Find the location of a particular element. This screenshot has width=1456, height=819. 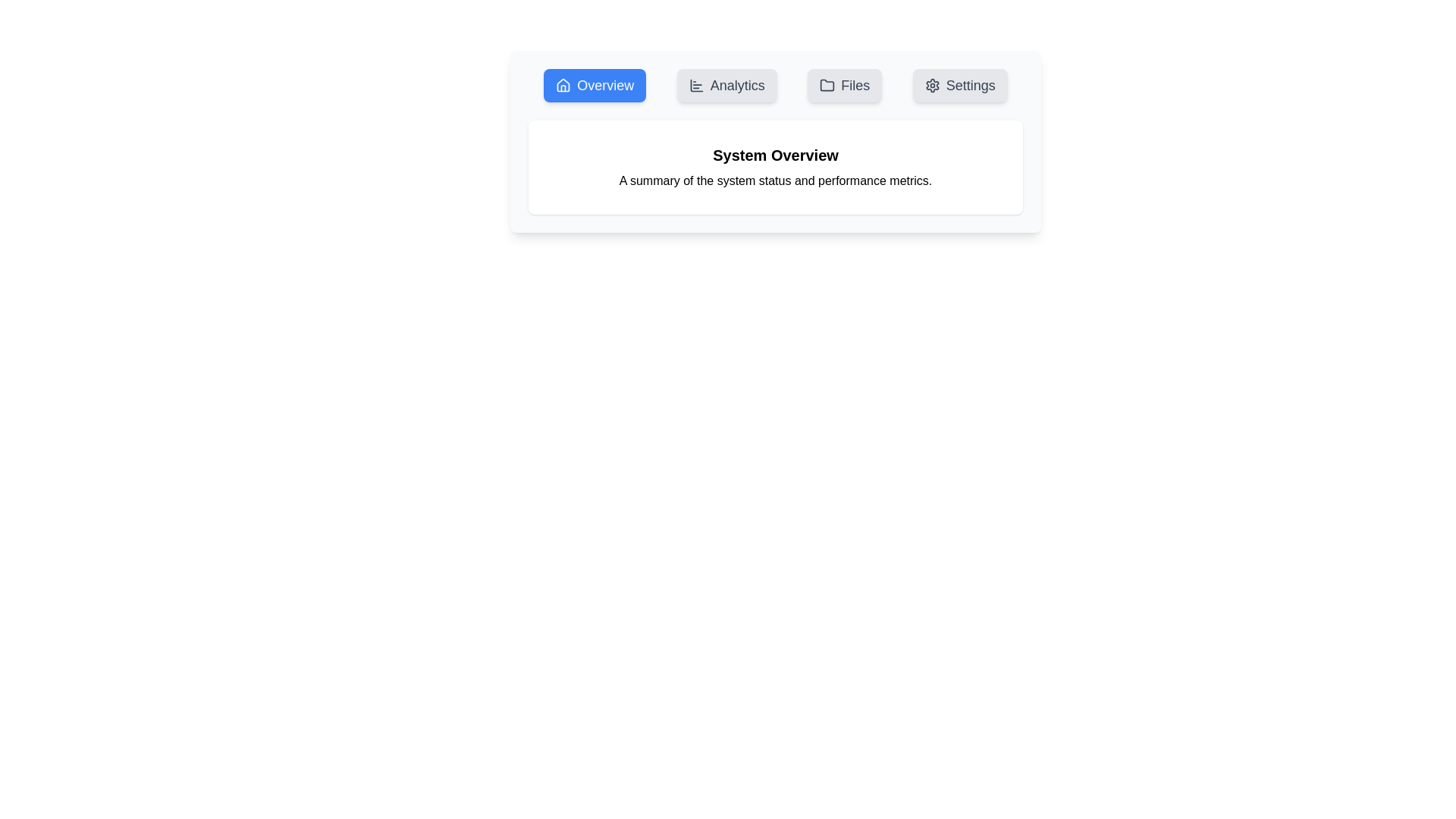

the navigation button located at the far left of the horizontal row is located at coordinates (594, 85).